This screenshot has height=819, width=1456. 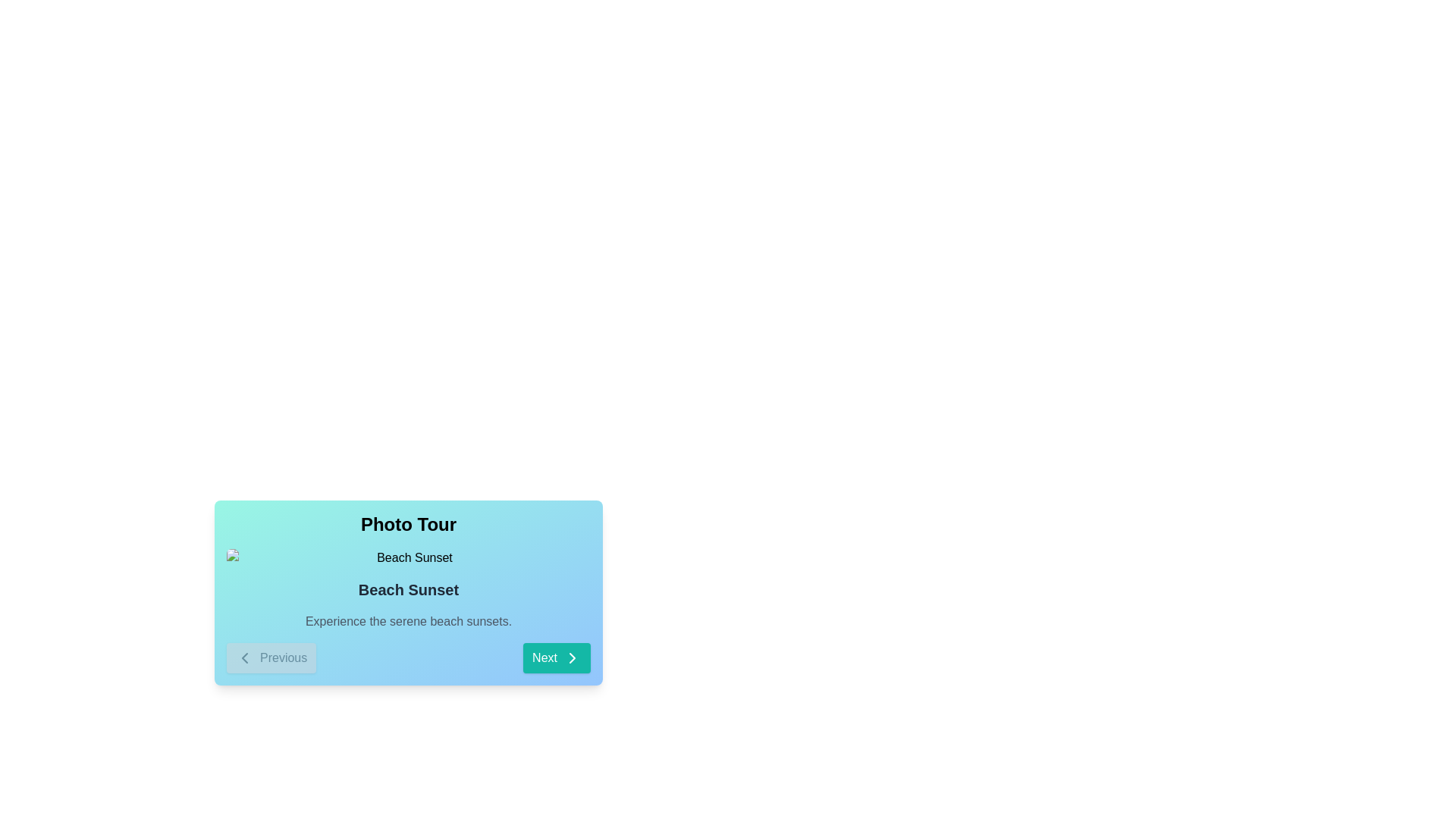 What do you see at coordinates (556, 657) in the screenshot?
I see `the Next button to navigate to the Next step` at bounding box center [556, 657].